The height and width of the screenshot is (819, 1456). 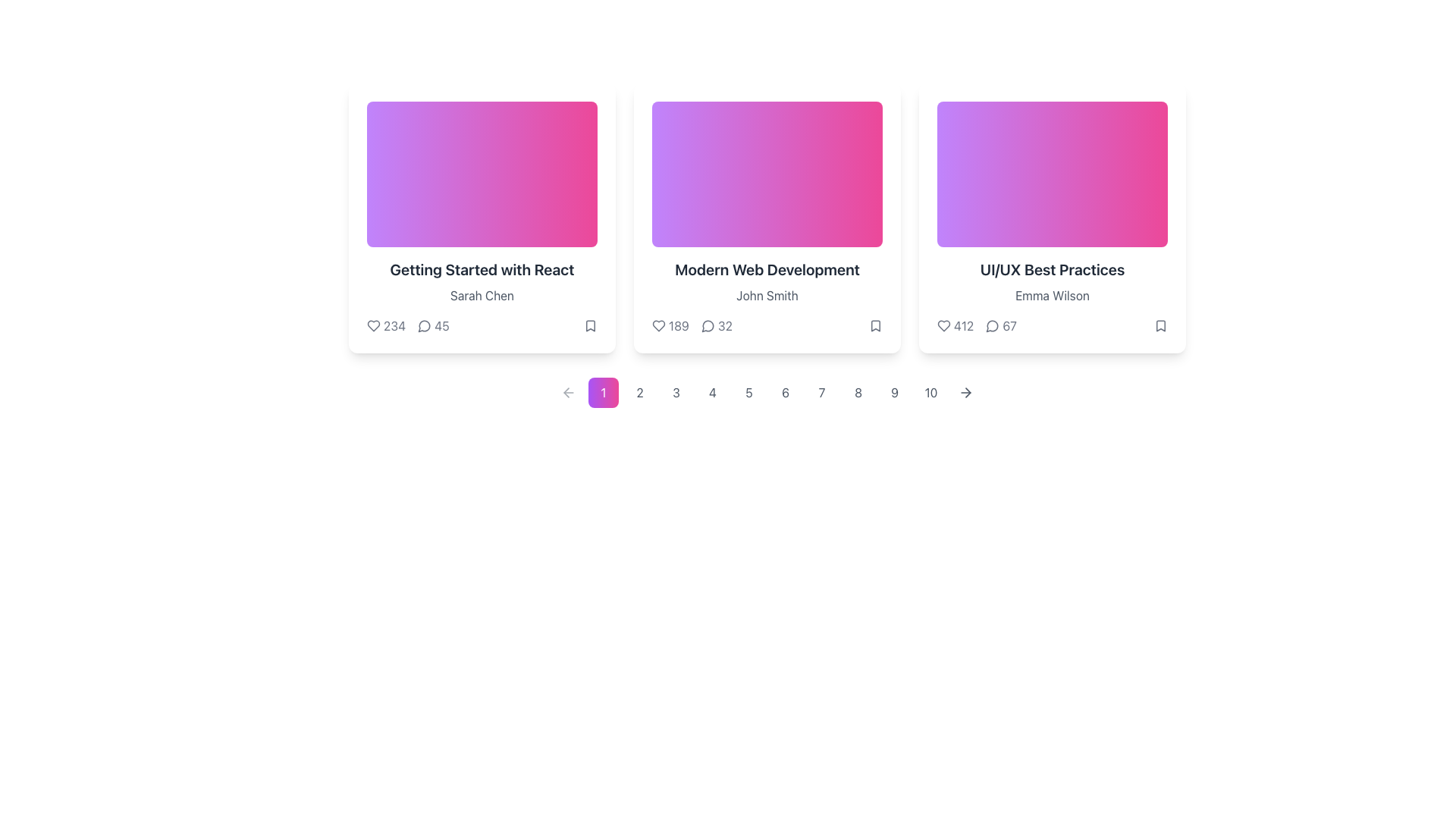 I want to click on the comment icon represented by a speech bubble, located in the bottom row of the first card titled 'Getting Started with React', near the text '45', so click(x=424, y=325).